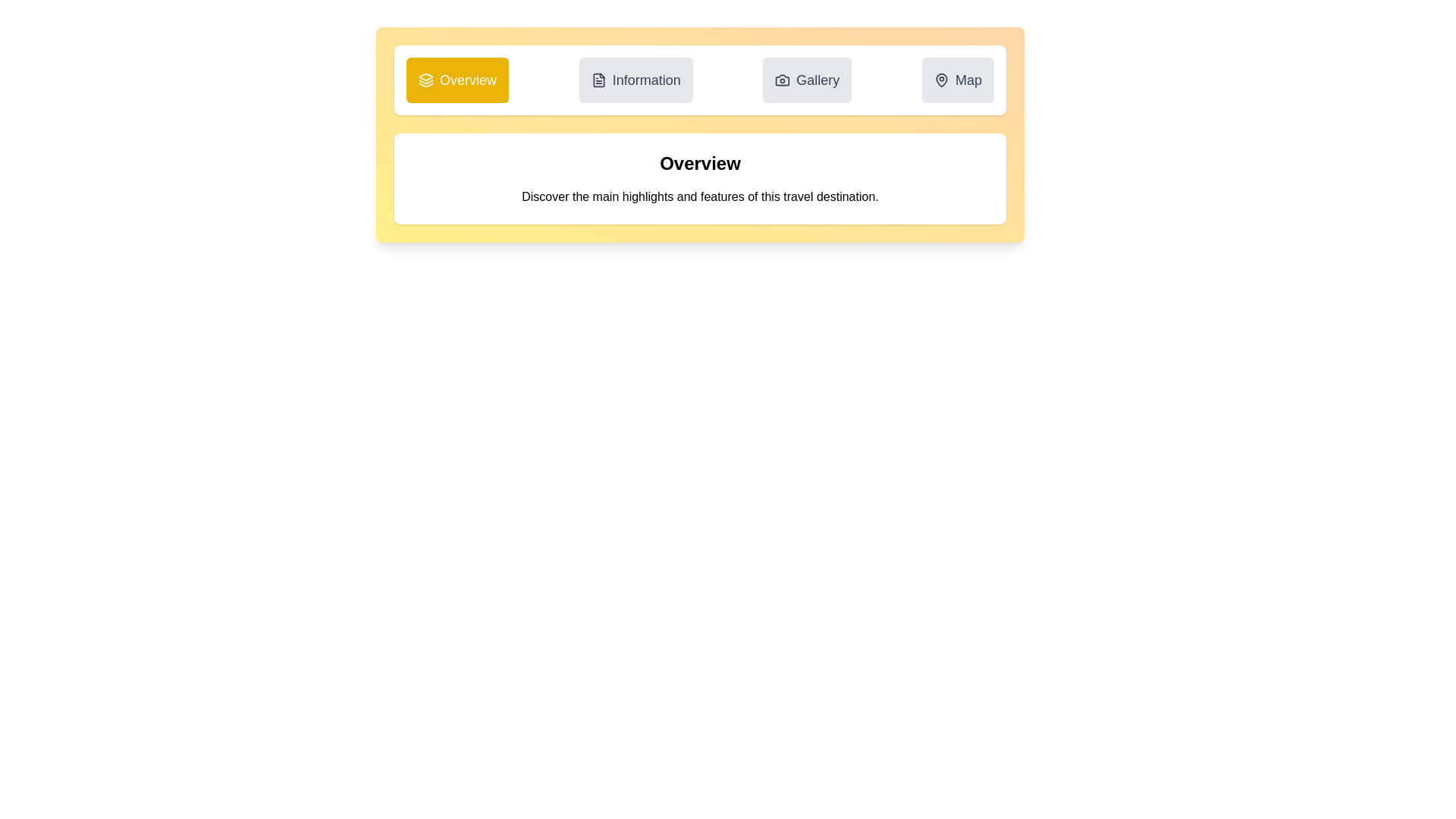 Image resolution: width=1456 pixels, height=819 pixels. Describe the element at coordinates (806, 80) in the screenshot. I see `the Gallery tab` at that location.